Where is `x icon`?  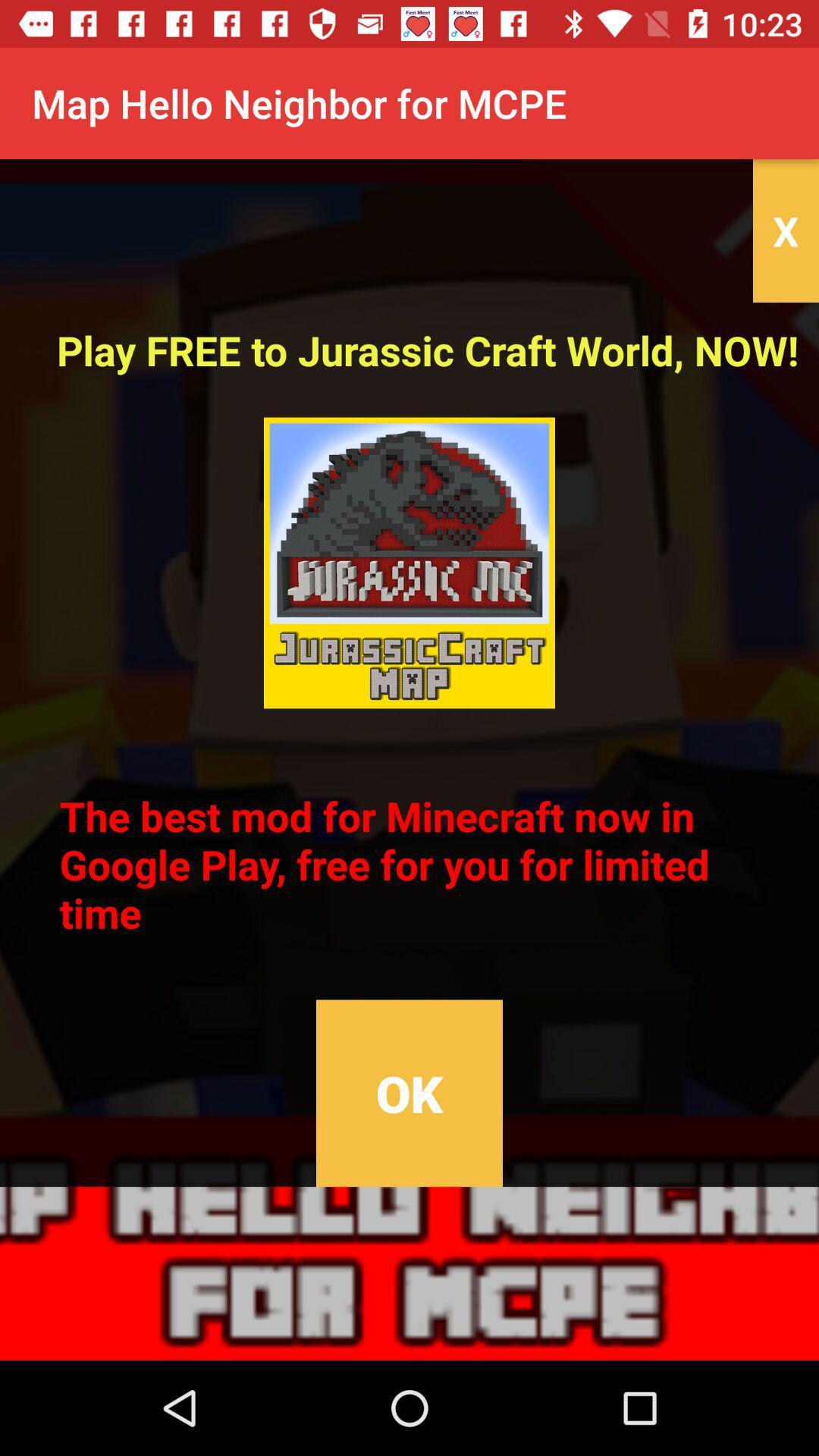 x icon is located at coordinates (785, 230).